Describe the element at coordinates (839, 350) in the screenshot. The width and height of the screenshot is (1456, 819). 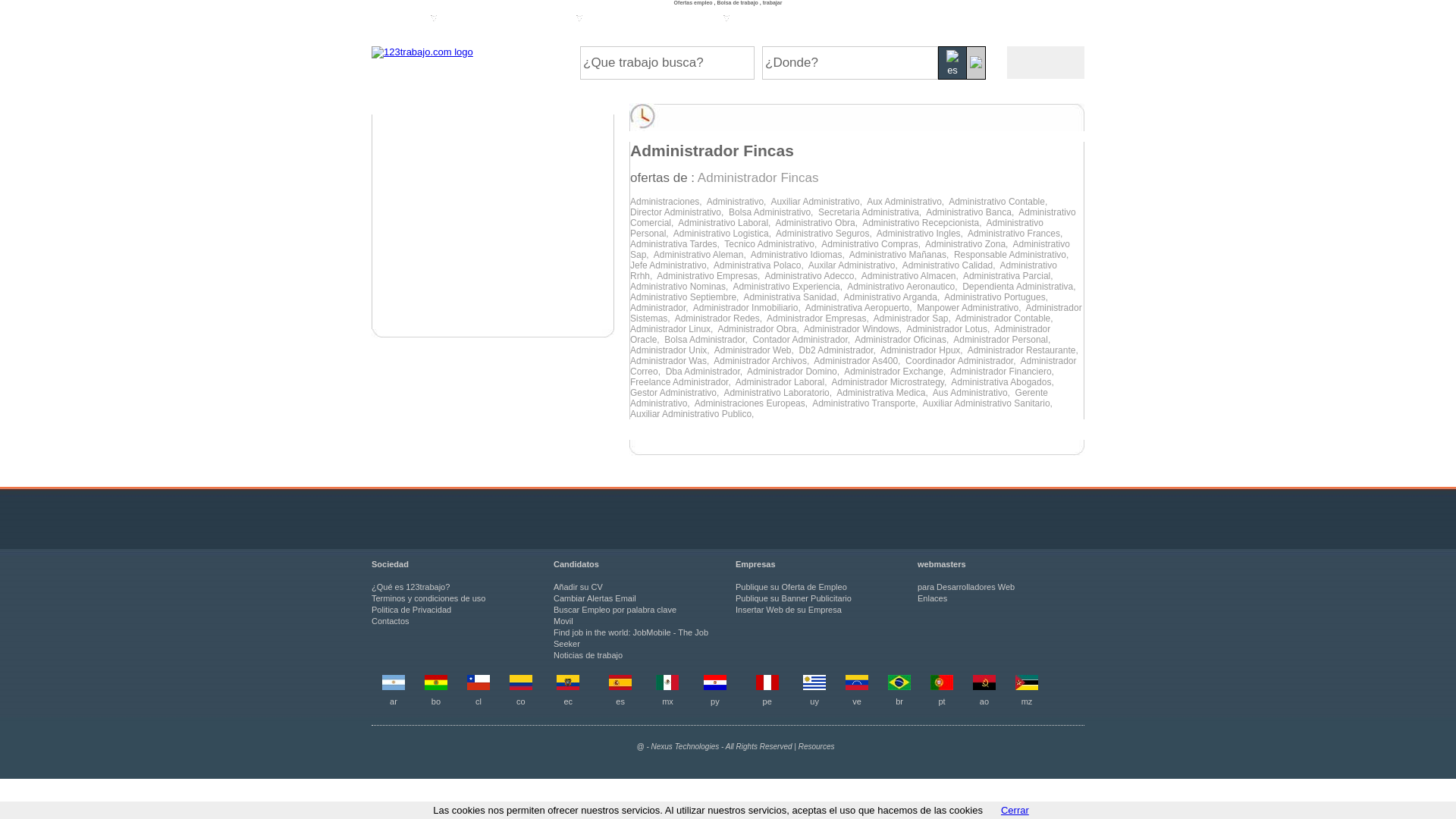
I see `'Db2 Administrador, '` at that location.